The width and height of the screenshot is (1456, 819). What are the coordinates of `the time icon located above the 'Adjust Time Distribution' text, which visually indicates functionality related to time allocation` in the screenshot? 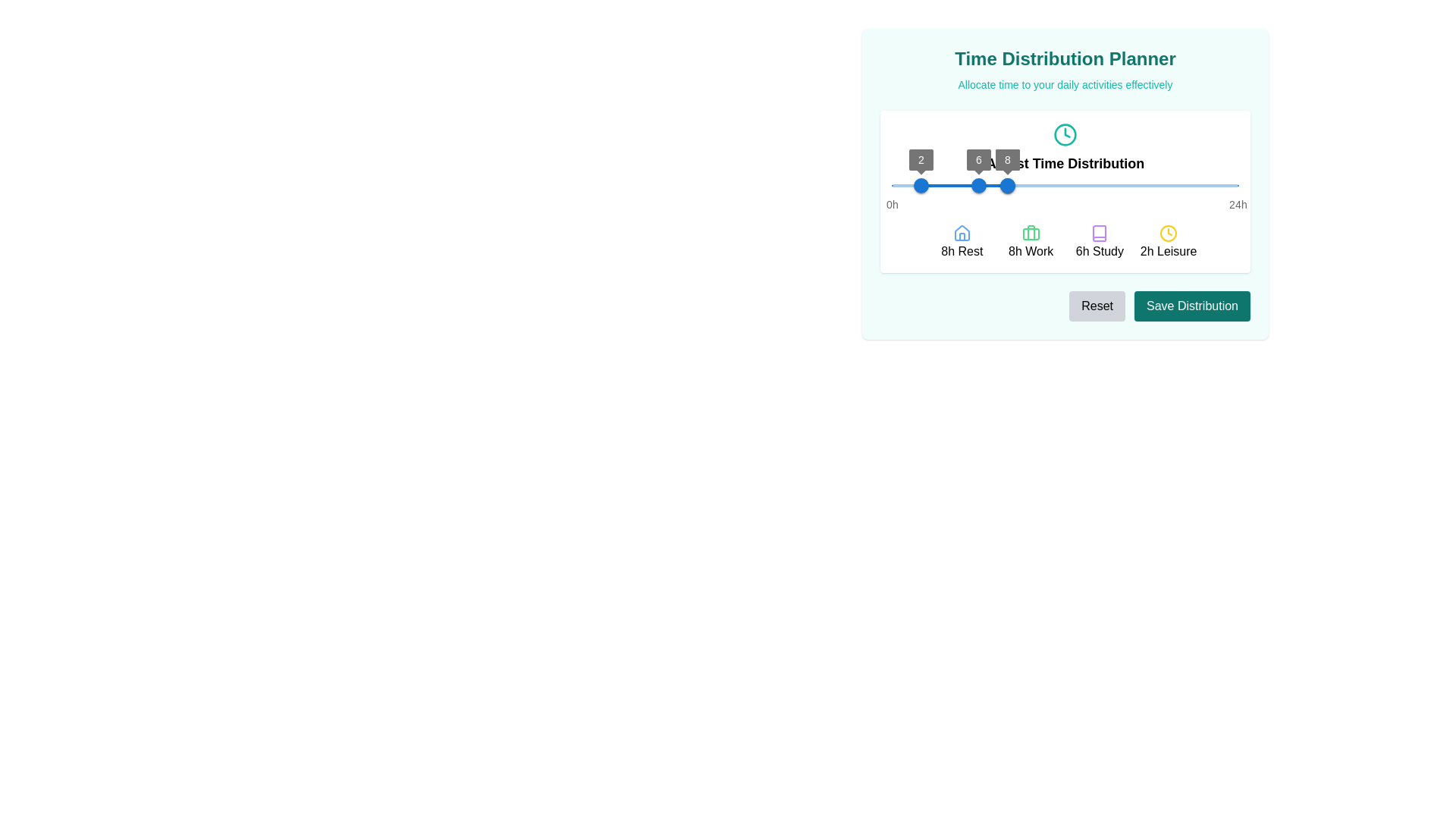 It's located at (1065, 133).